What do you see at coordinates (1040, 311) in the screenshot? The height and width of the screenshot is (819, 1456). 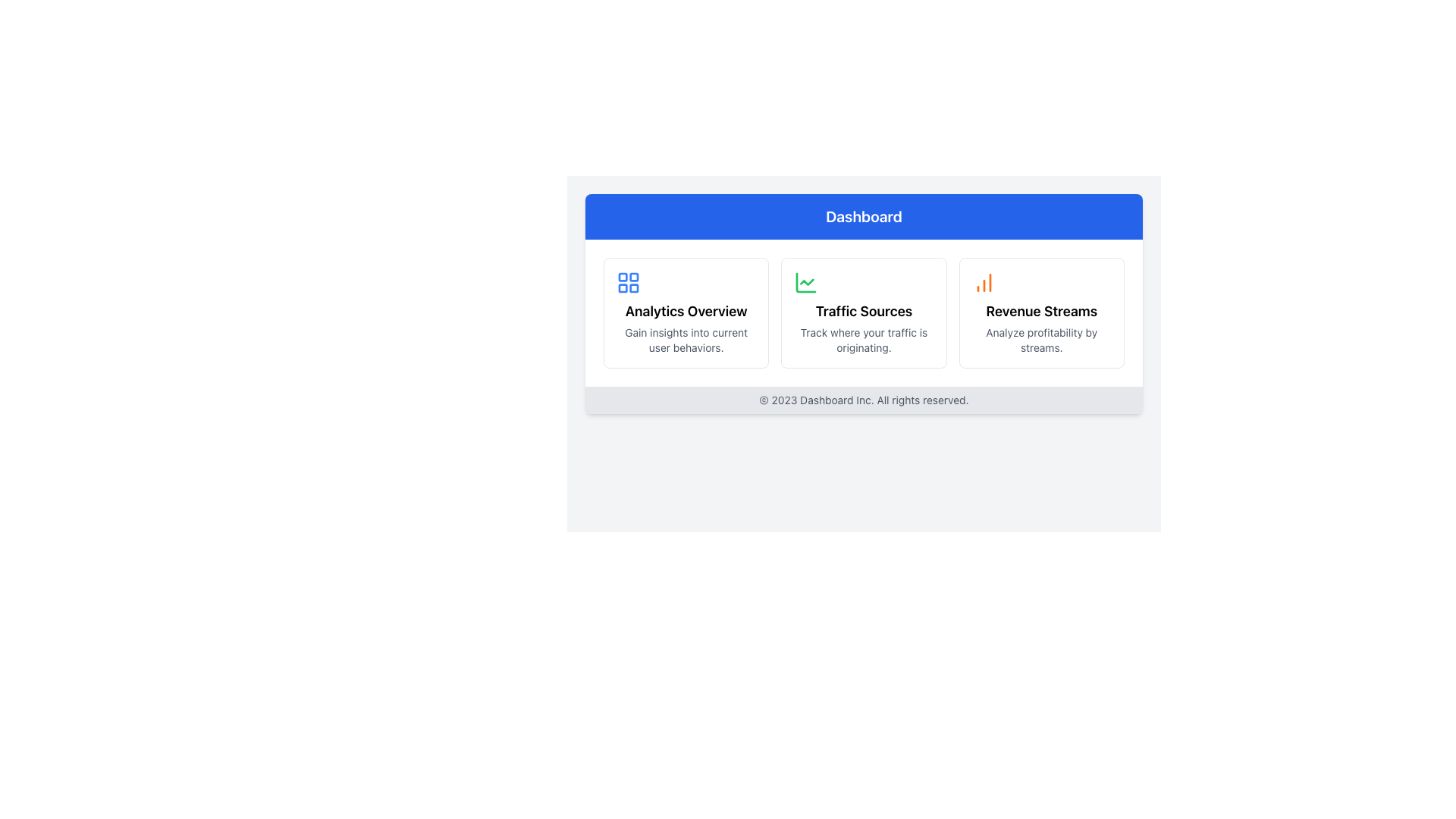 I see `the heading 'Revenue Streams' to focus on it, which is styled in bold and slightly larger font within the third card of three horizontally aligned cards` at bounding box center [1040, 311].